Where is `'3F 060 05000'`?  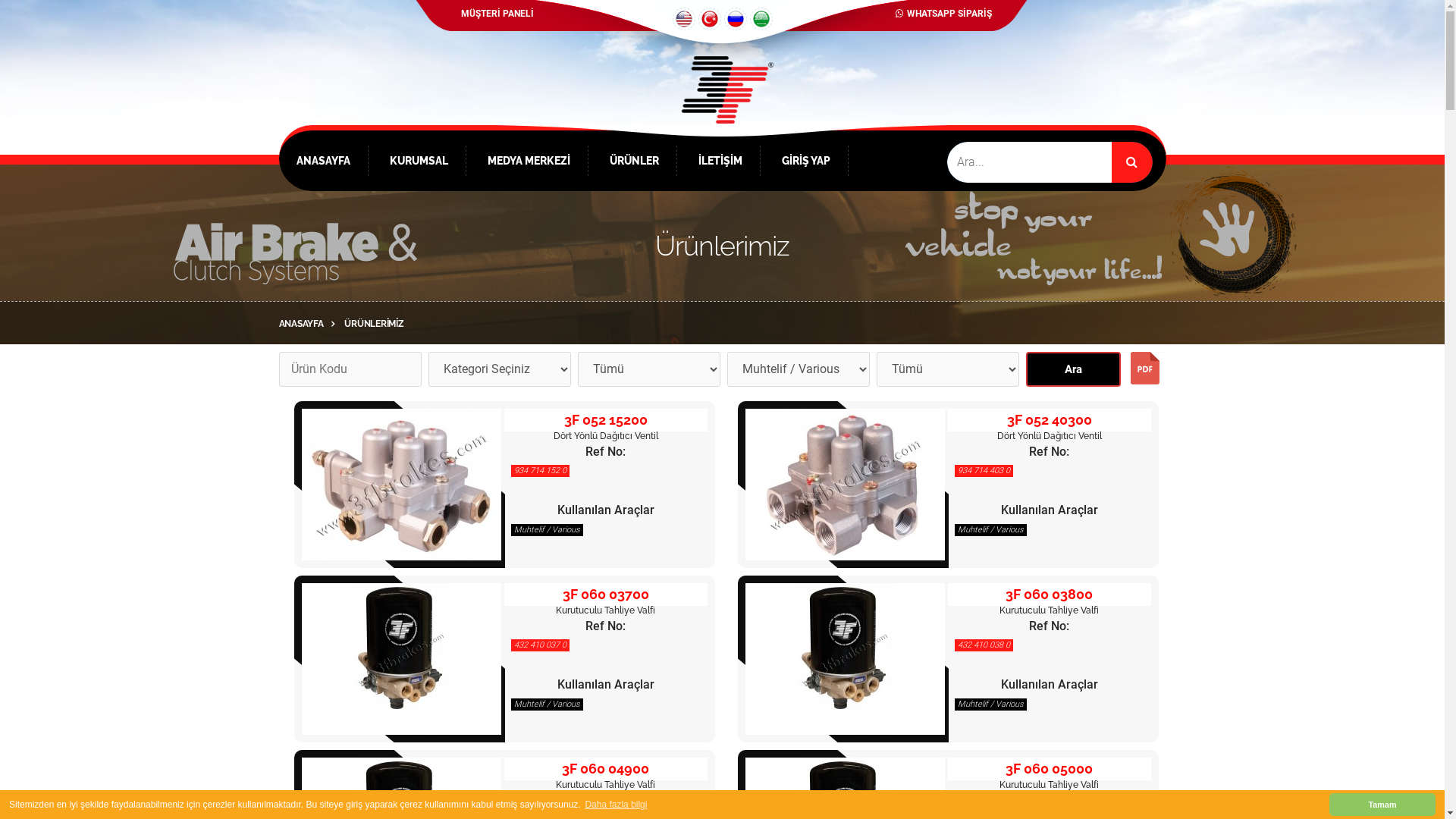 '3F 060 05000' is located at coordinates (1048, 769).